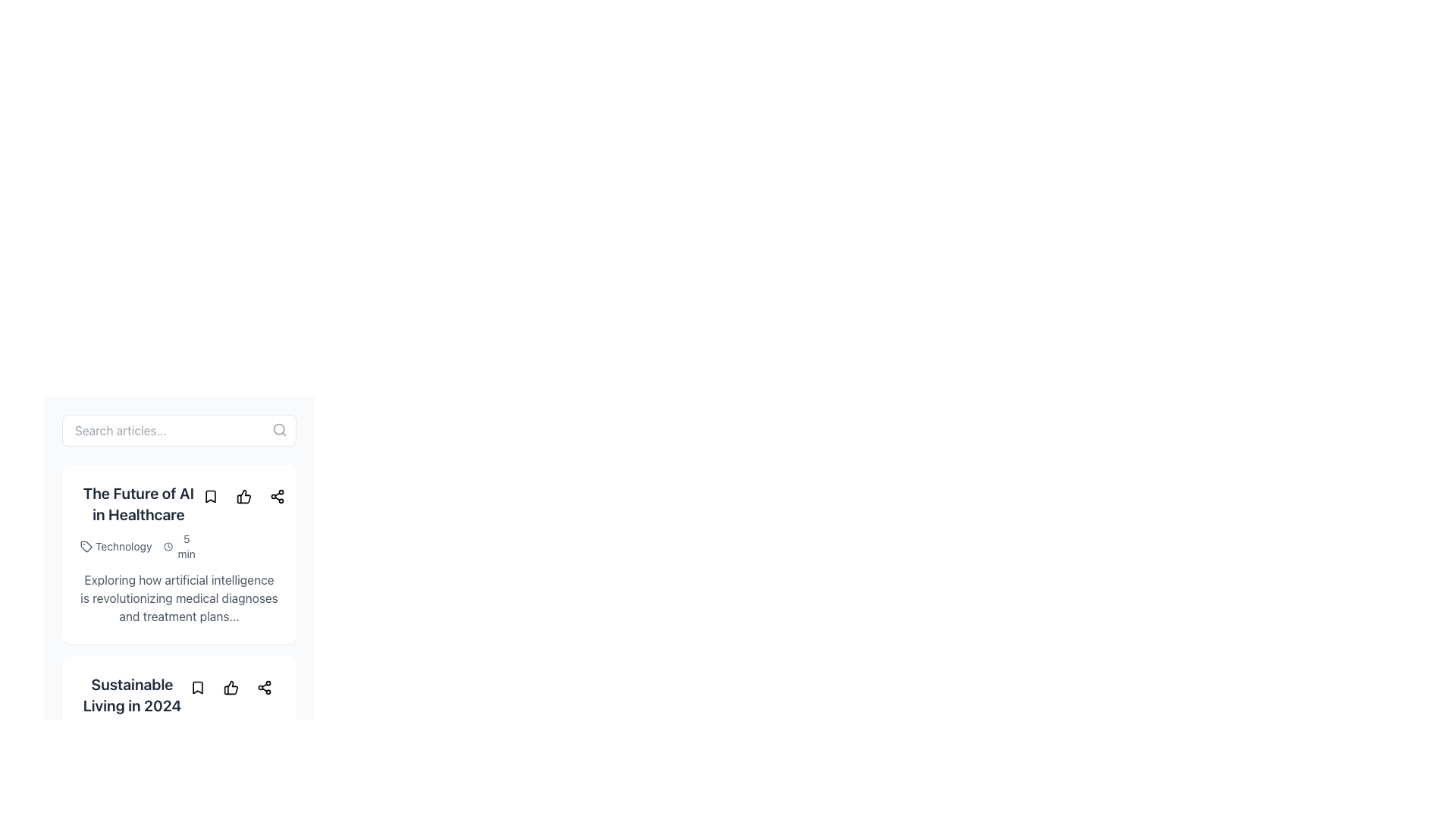  Describe the element at coordinates (279, 429) in the screenshot. I see `the circular icon representing the lens of the magnifying glass located at the top-right corner of the search bar module` at that location.